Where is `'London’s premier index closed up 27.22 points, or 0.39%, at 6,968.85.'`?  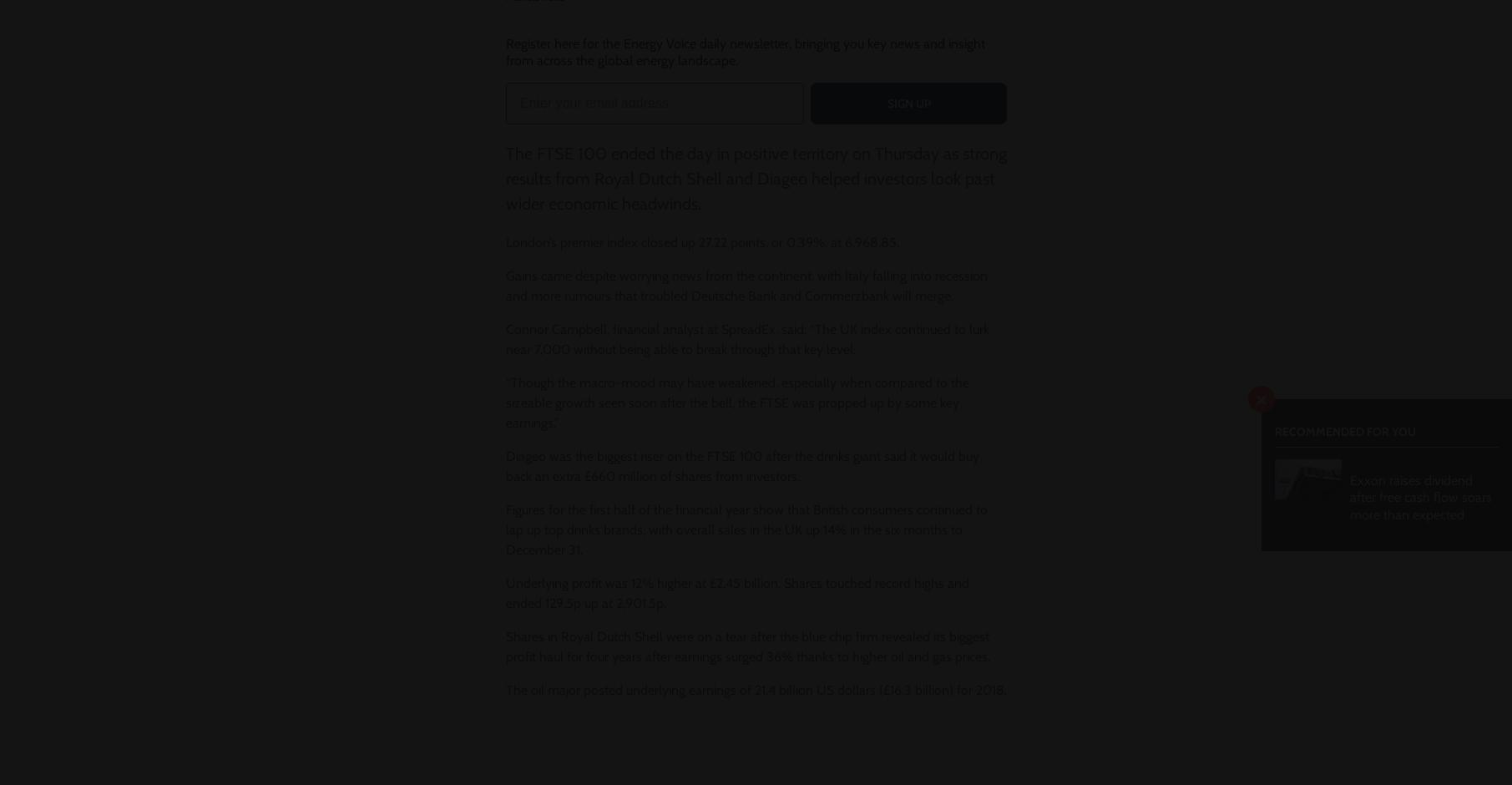
'London’s premier index closed up 27.22 points, or 0.39%, at 6,968.85.' is located at coordinates (701, 241).